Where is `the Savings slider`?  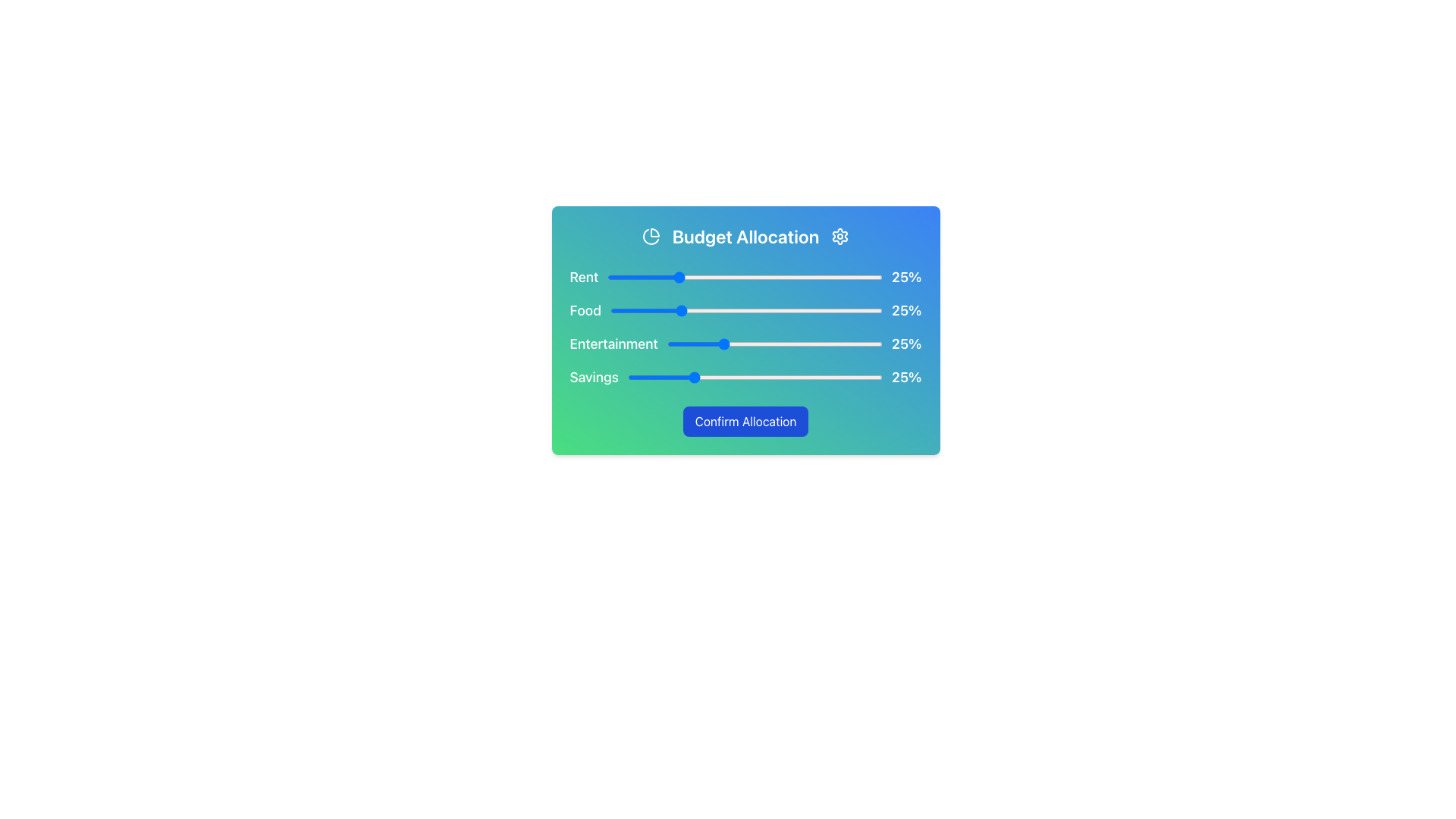 the Savings slider is located at coordinates (810, 376).